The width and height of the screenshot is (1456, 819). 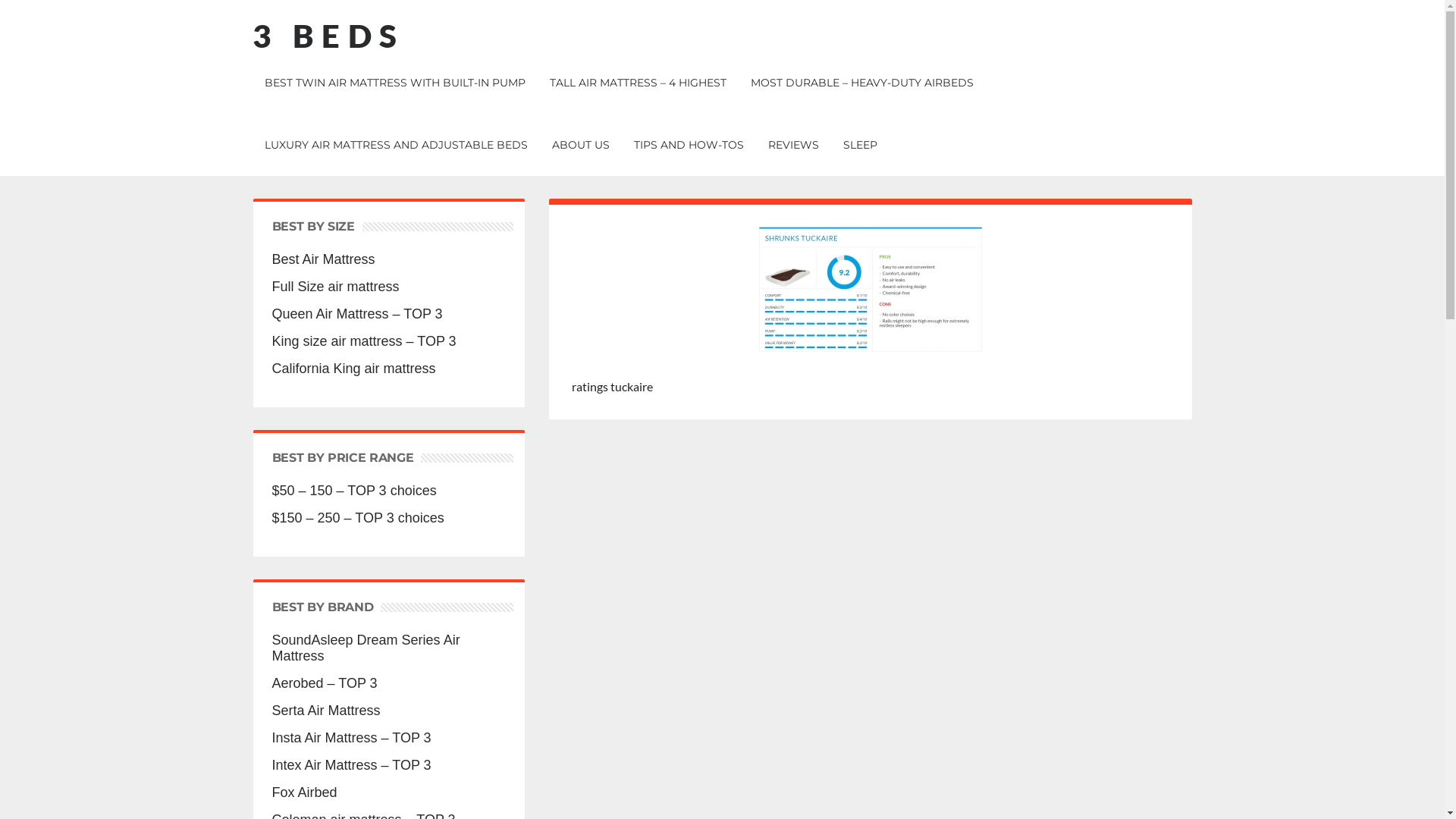 I want to click on 'Serta Air Mattress', so click(x=271, y=711).